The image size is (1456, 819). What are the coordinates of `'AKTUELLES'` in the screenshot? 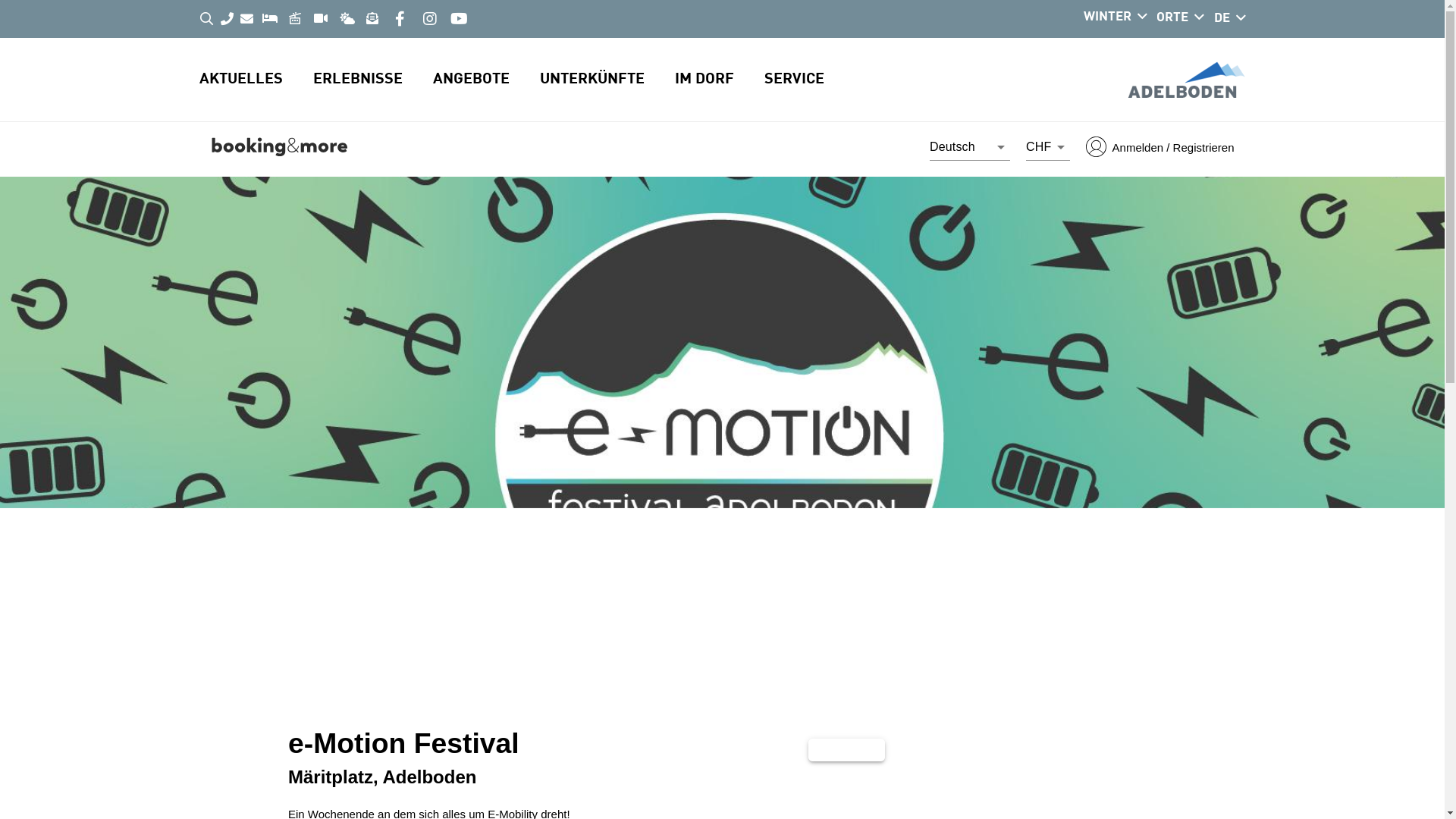 It's located at (255, 79).